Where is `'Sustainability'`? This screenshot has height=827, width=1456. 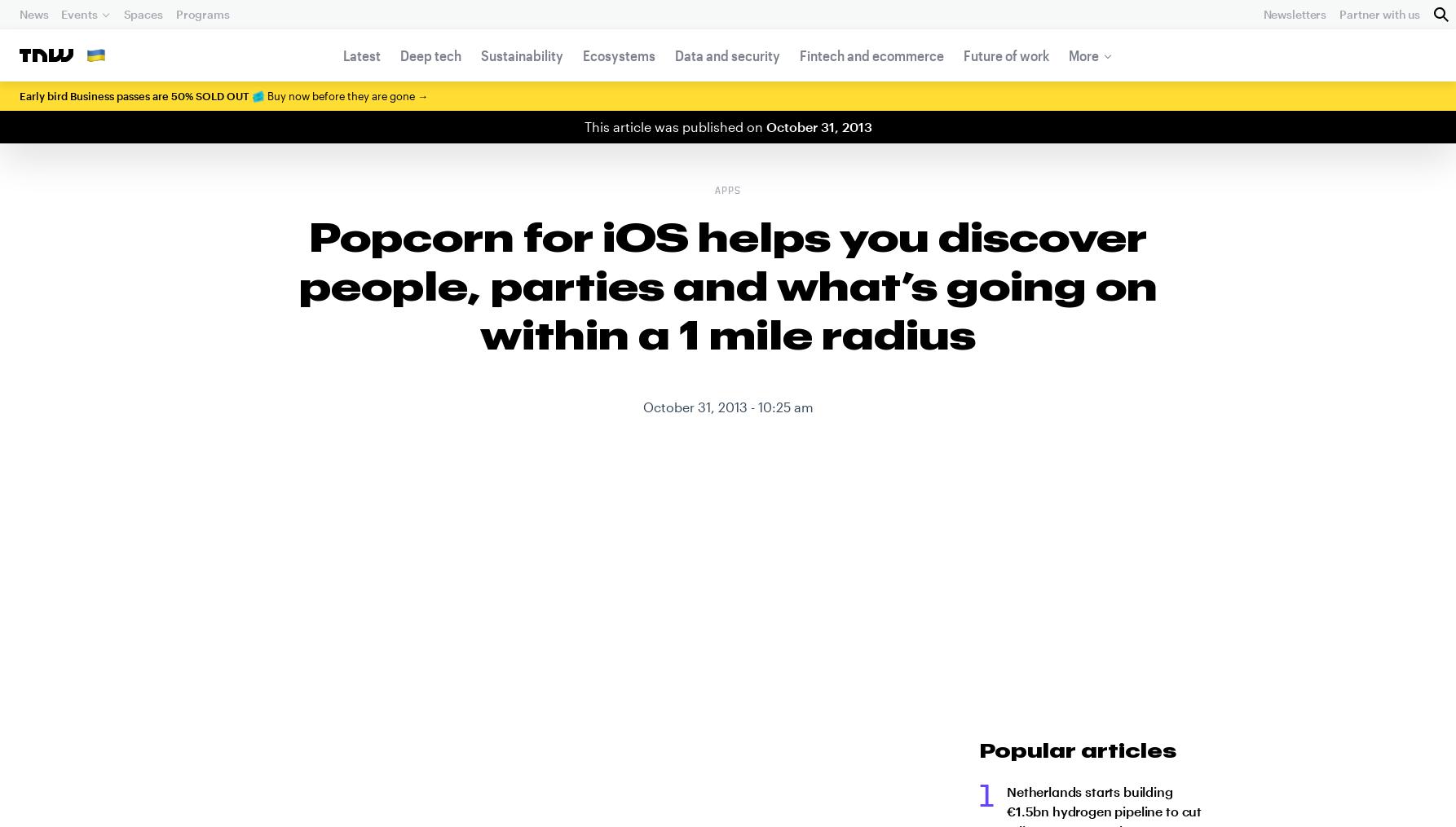 'Sustainability' is located at coordinates (522, 55).